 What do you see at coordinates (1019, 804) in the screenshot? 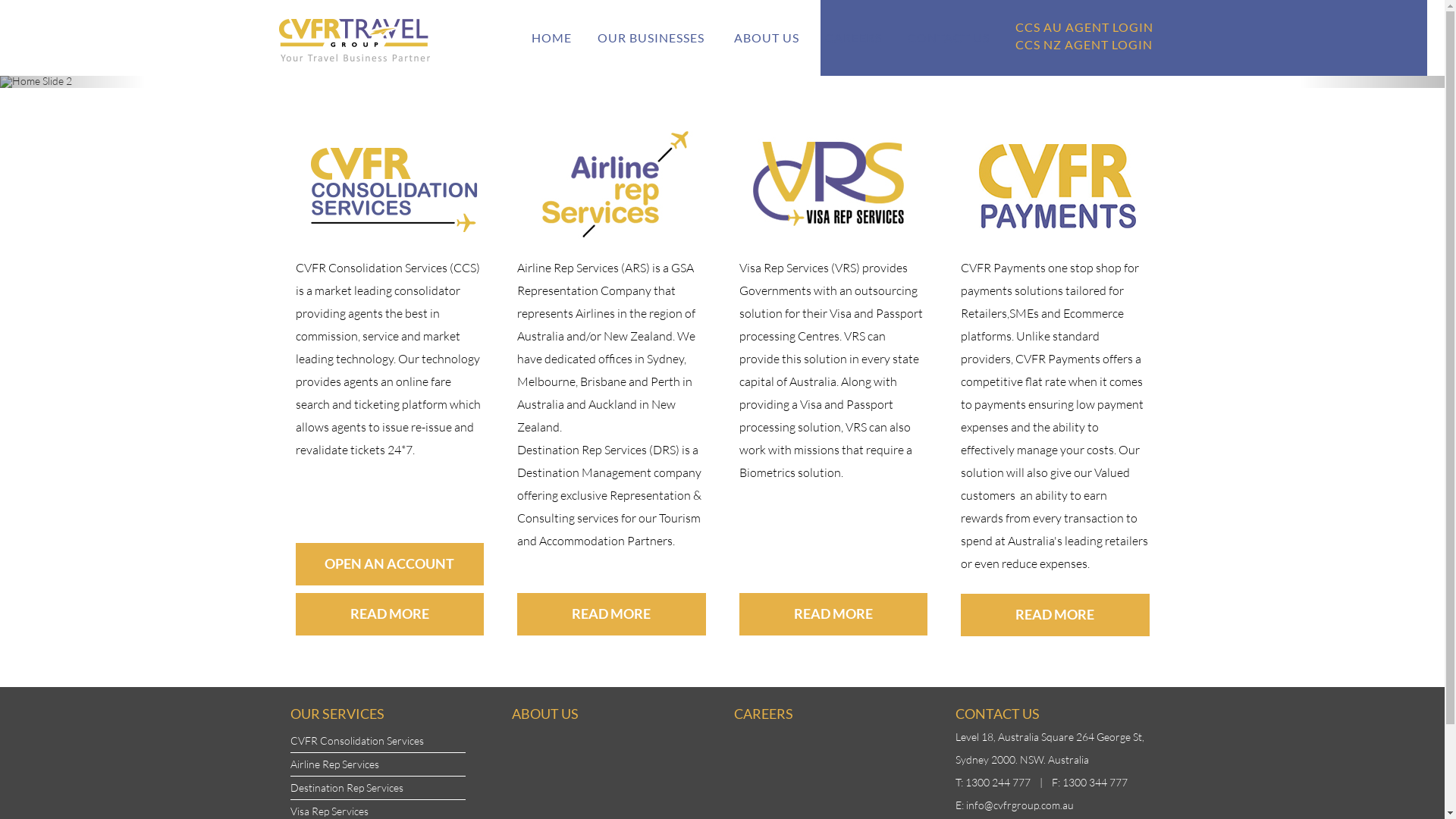
I see `'info@cvfrgroup.com.au'` at bounding box center [1019, 804].